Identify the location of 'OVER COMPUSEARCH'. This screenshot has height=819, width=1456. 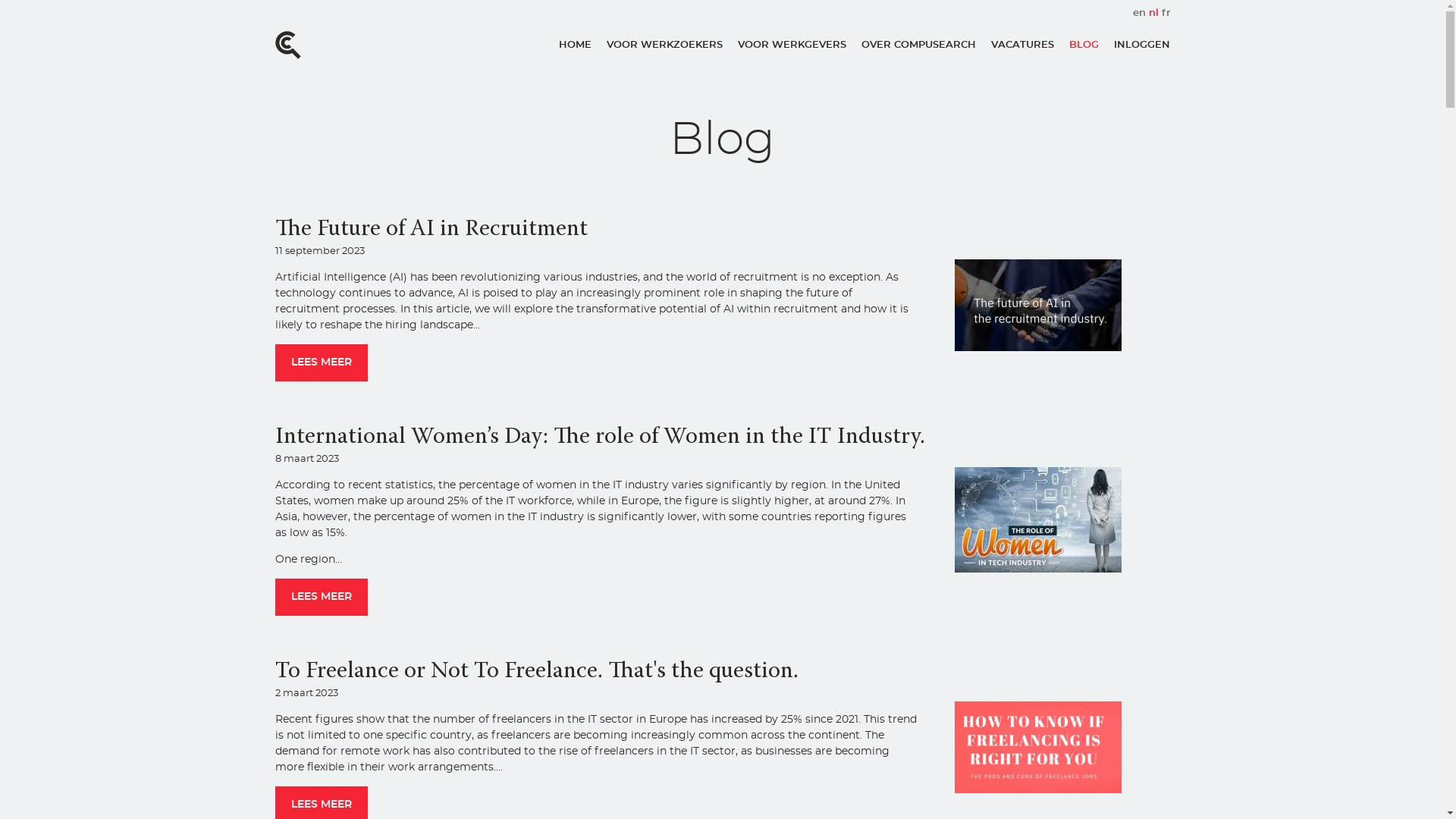
(918, 44).